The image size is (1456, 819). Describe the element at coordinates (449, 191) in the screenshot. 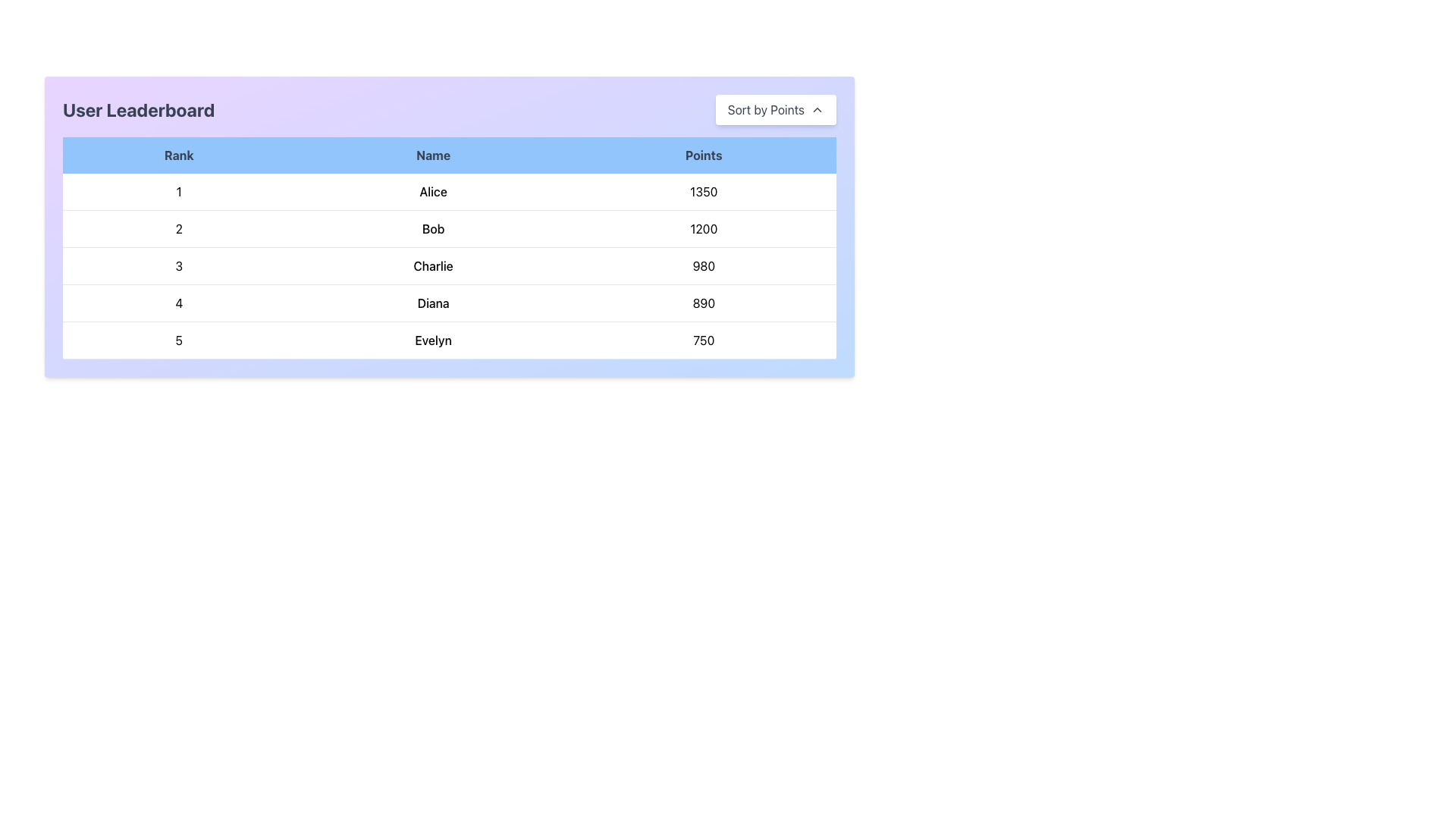

I see `the first table row displaying user information in the leaderboard` at that location.